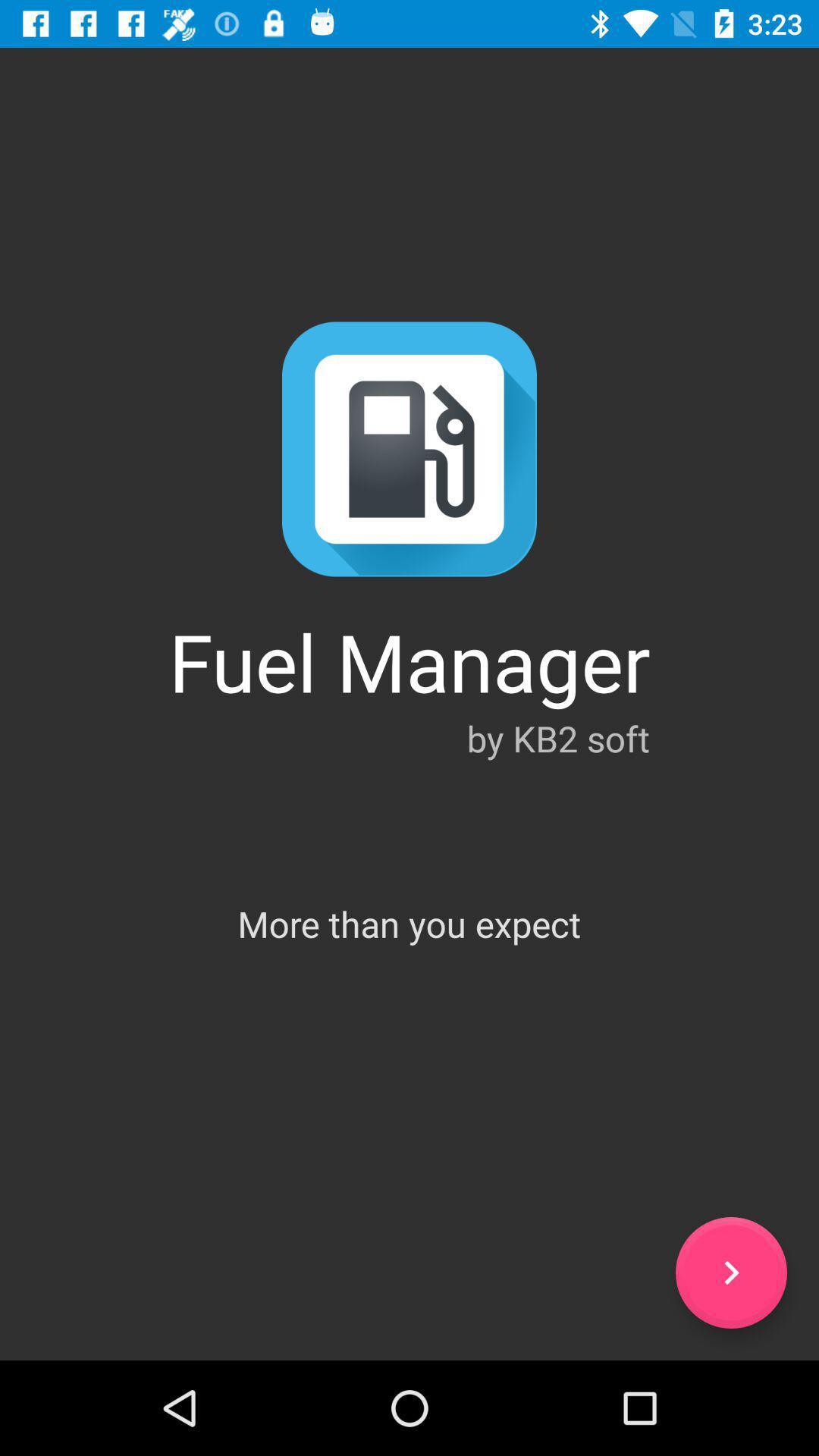 The height and width of the screenshot is (1456, 819). I want to click on the arrow_forward icon, so click(730, 1272).